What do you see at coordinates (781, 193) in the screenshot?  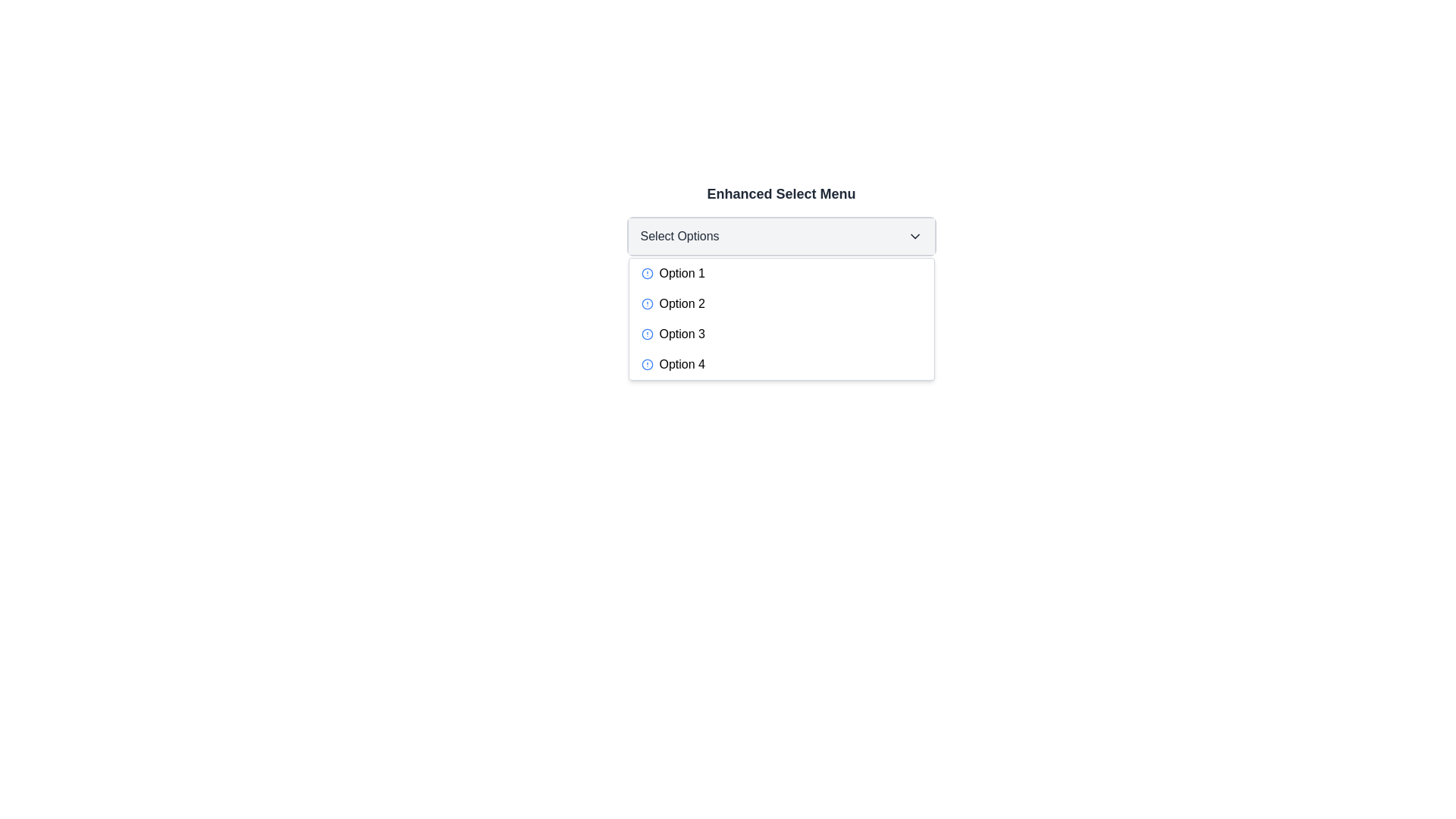 I see `the bold text label that reads 'Enhanced Select Menu', which serves as the header for the dropdown menu component` at bounding box center [781, 193].